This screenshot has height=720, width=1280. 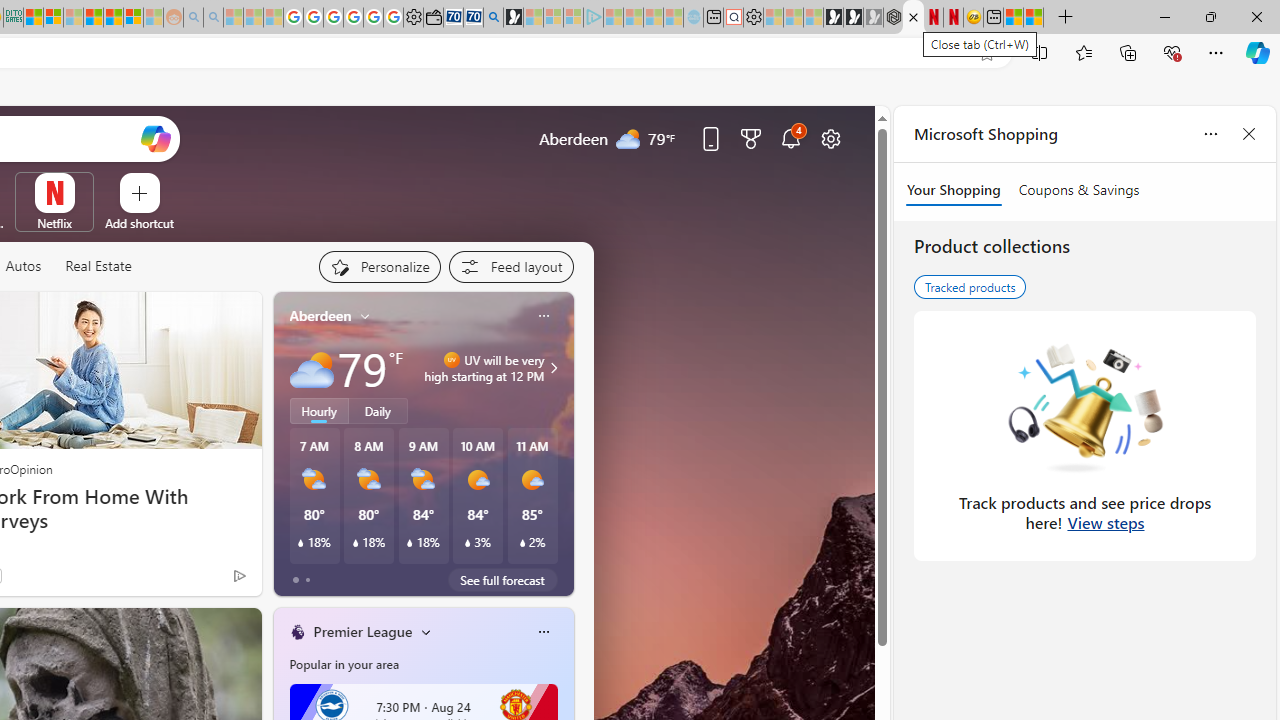 I want to click on 'Add a site', so click(x=138, y=223).